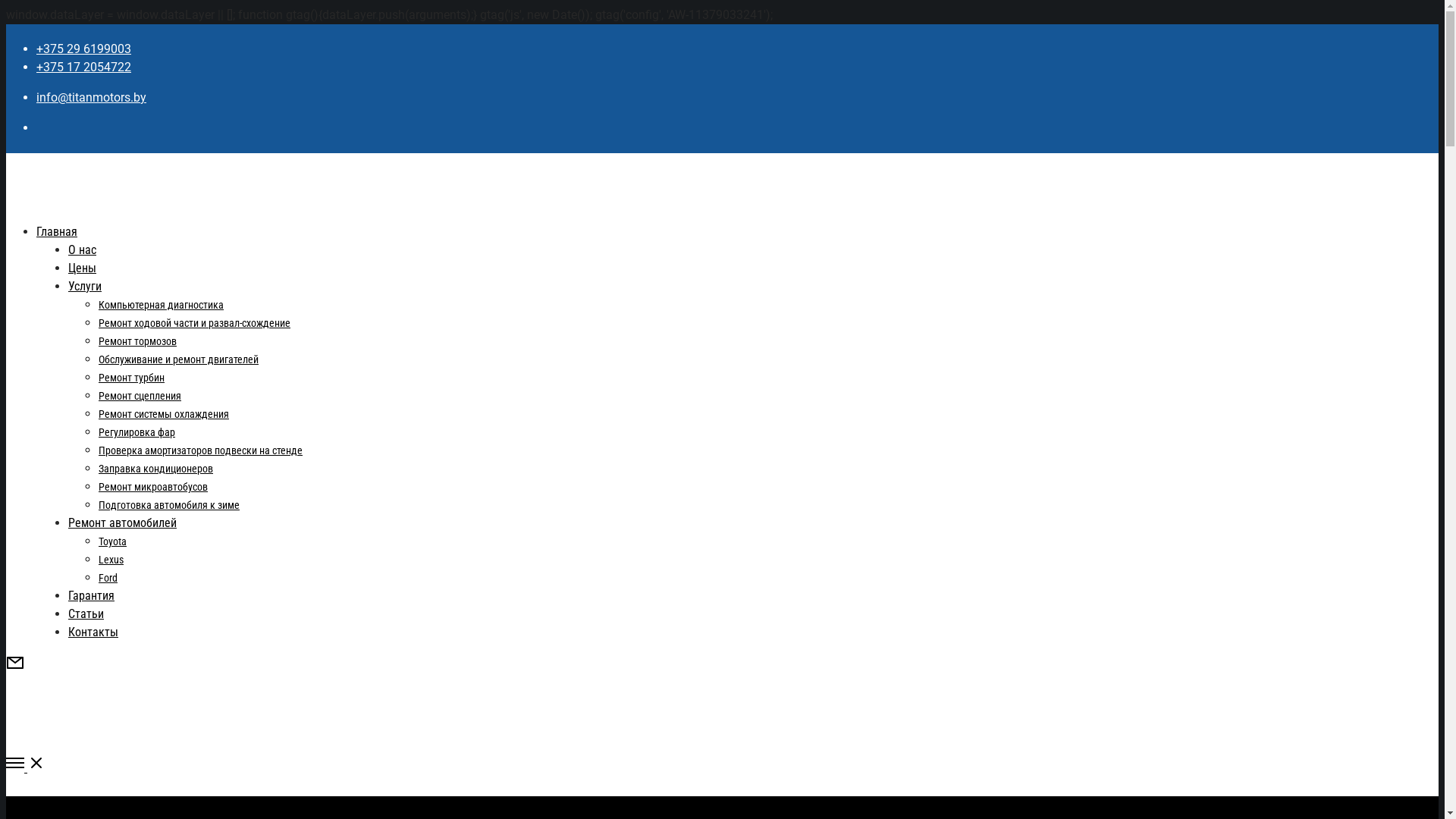 This screenshot has height=819, width=1456. What do you see at coordinates (107, 578) in the screenshot?
I see `'Ford'` at bounding box center [107, 578].